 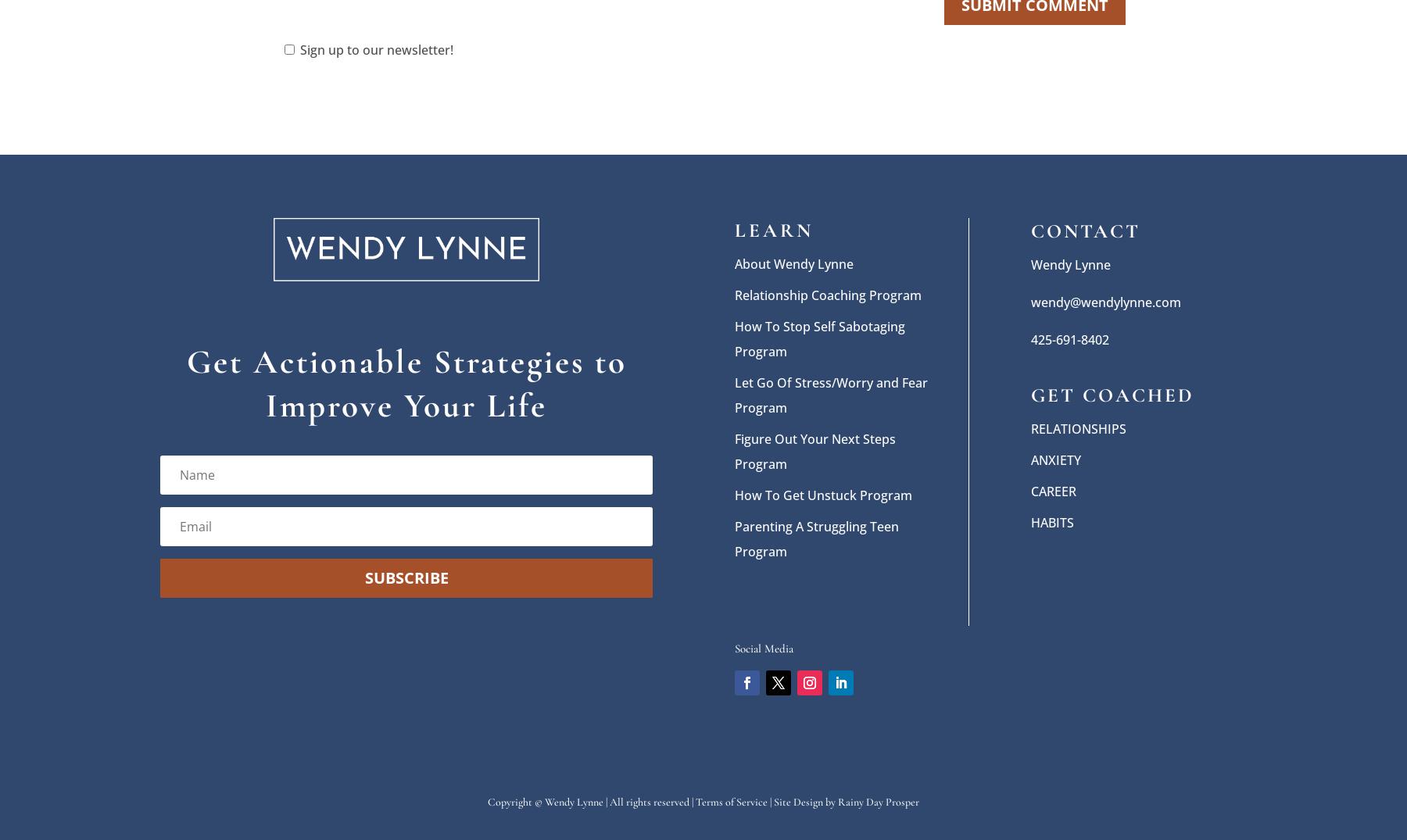 I want to click on 'Let Go Of Stress/Worry and Fear Program', so click(x=830, y=394).